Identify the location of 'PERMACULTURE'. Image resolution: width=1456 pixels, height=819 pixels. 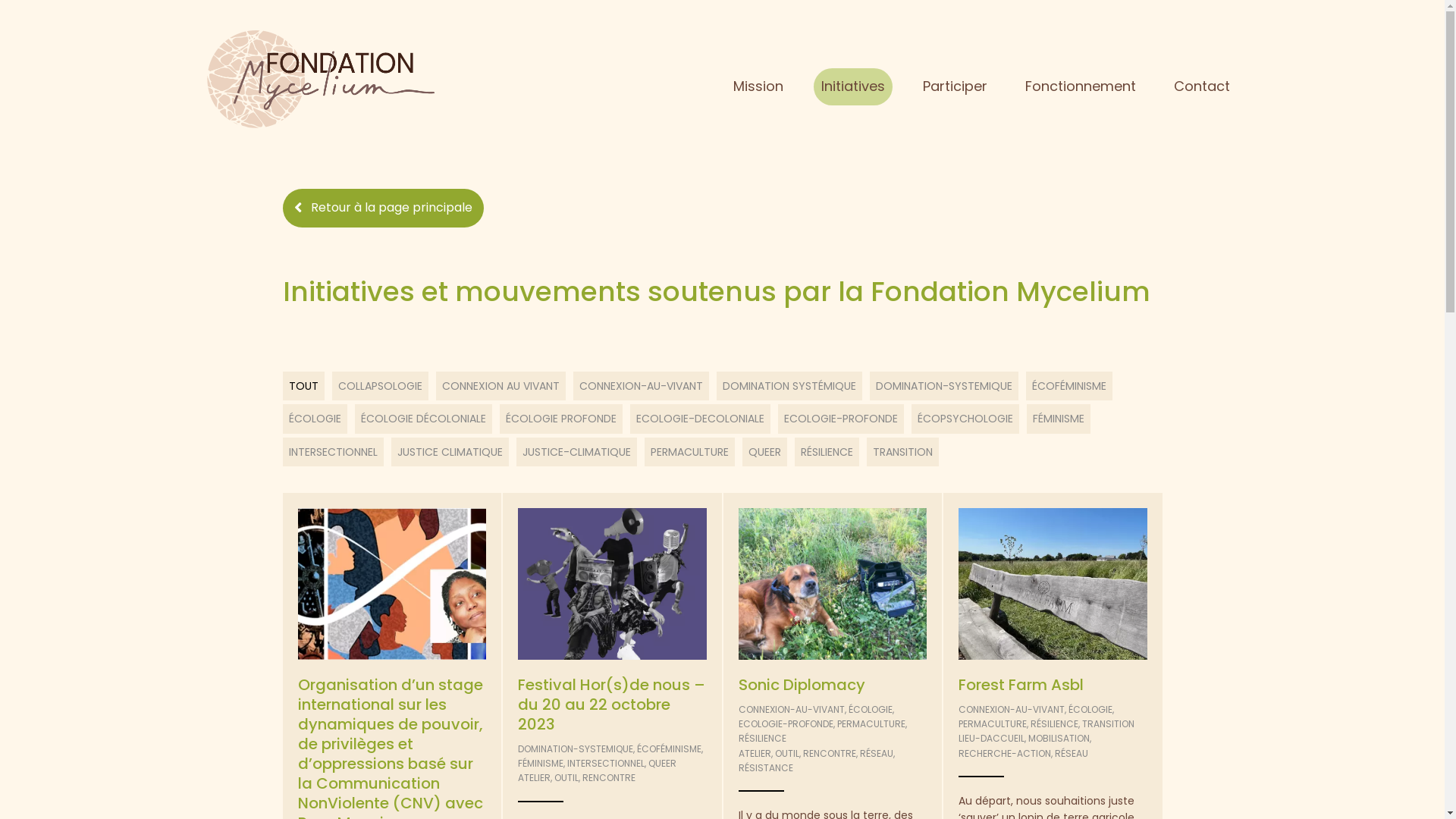
(871, 723).